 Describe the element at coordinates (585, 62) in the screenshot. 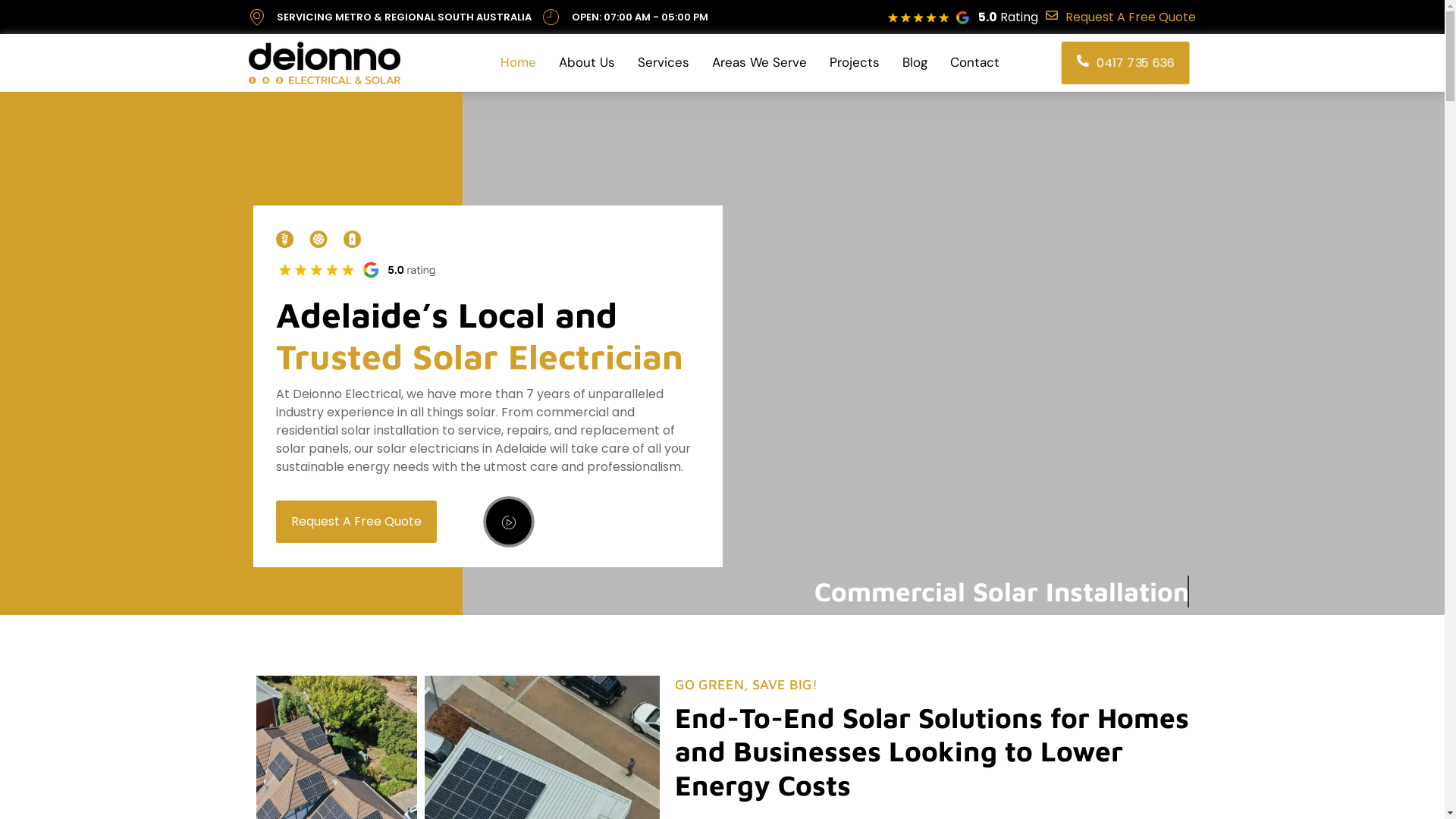

I see `'About Us'` at that location.